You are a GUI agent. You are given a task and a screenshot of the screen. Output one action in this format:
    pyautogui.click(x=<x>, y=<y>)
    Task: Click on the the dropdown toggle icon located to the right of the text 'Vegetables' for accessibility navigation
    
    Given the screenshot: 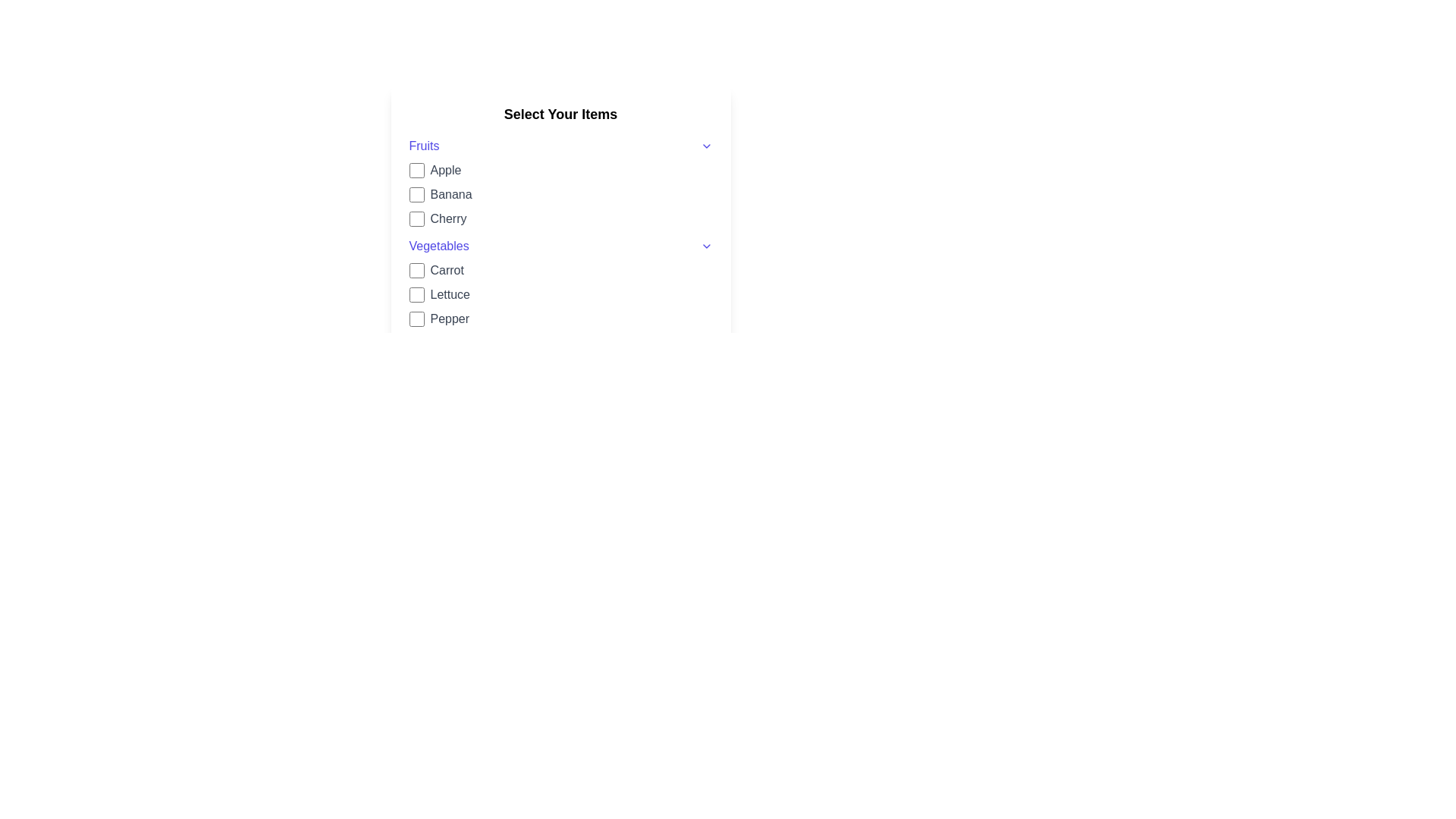 What is the action you would take?
    pyautogui.click(x=705, y=245)
    